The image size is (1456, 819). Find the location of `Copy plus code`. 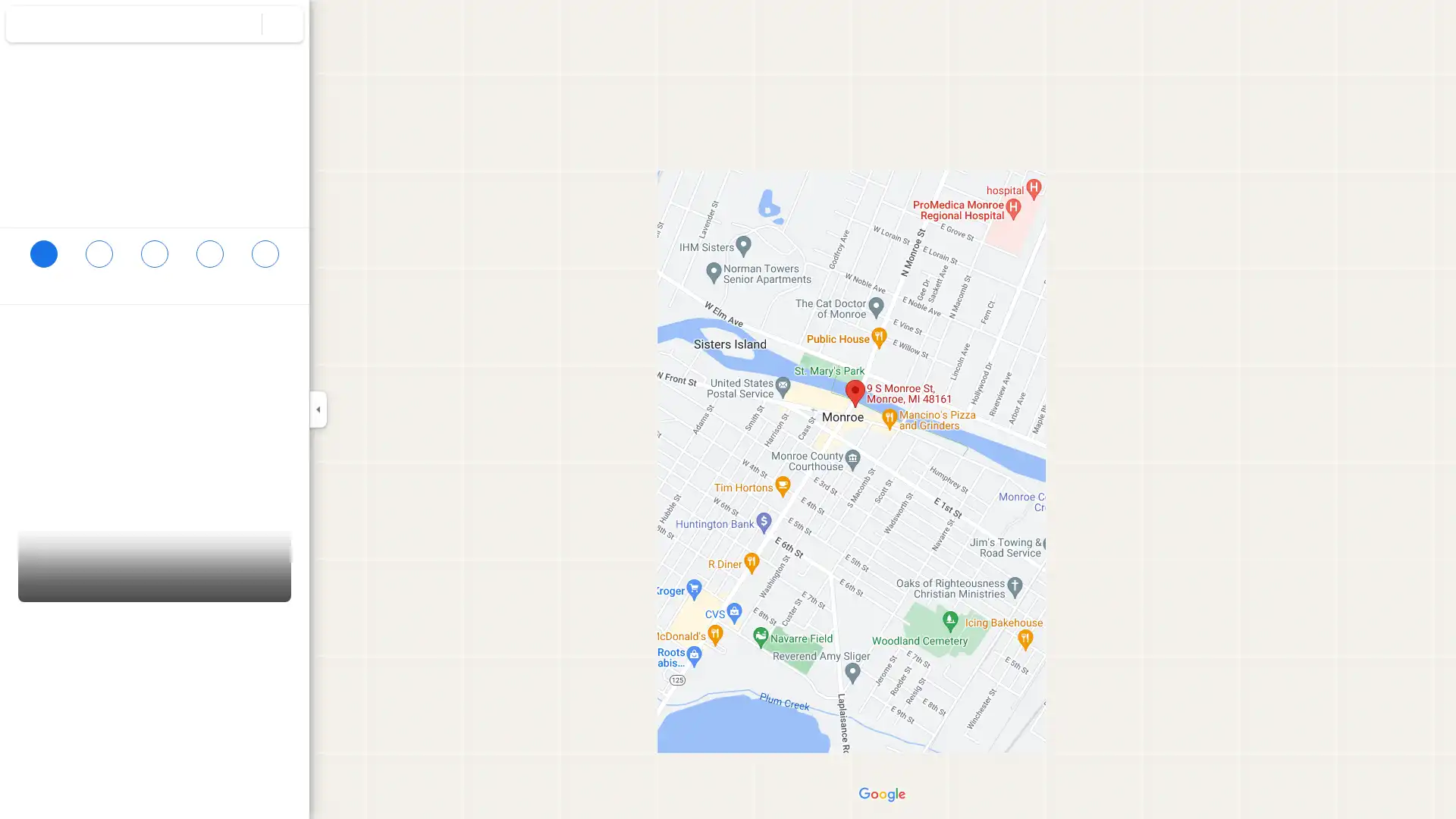

Copy plus code is located at coordinates (249, 362).